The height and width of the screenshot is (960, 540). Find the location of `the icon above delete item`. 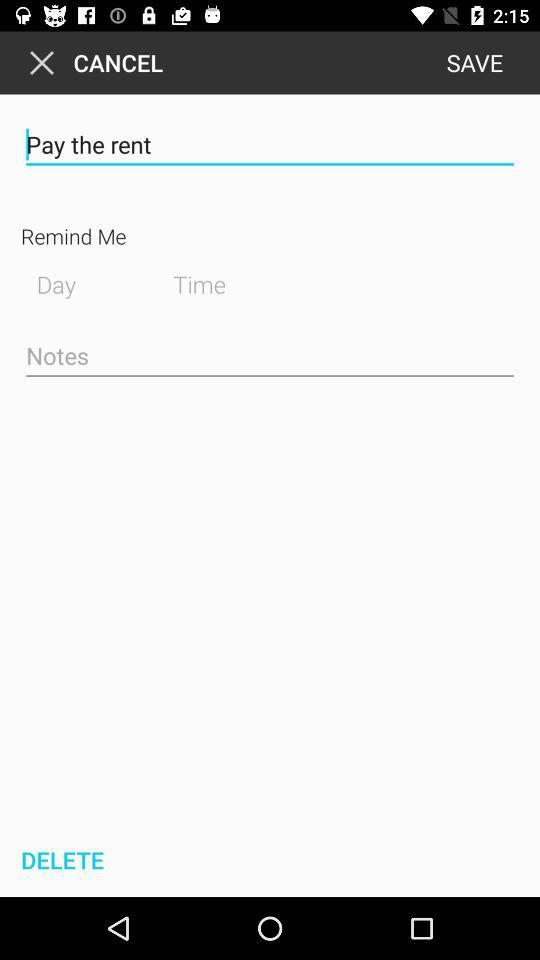

the icon above delete item is located at coordinates (270, 357).